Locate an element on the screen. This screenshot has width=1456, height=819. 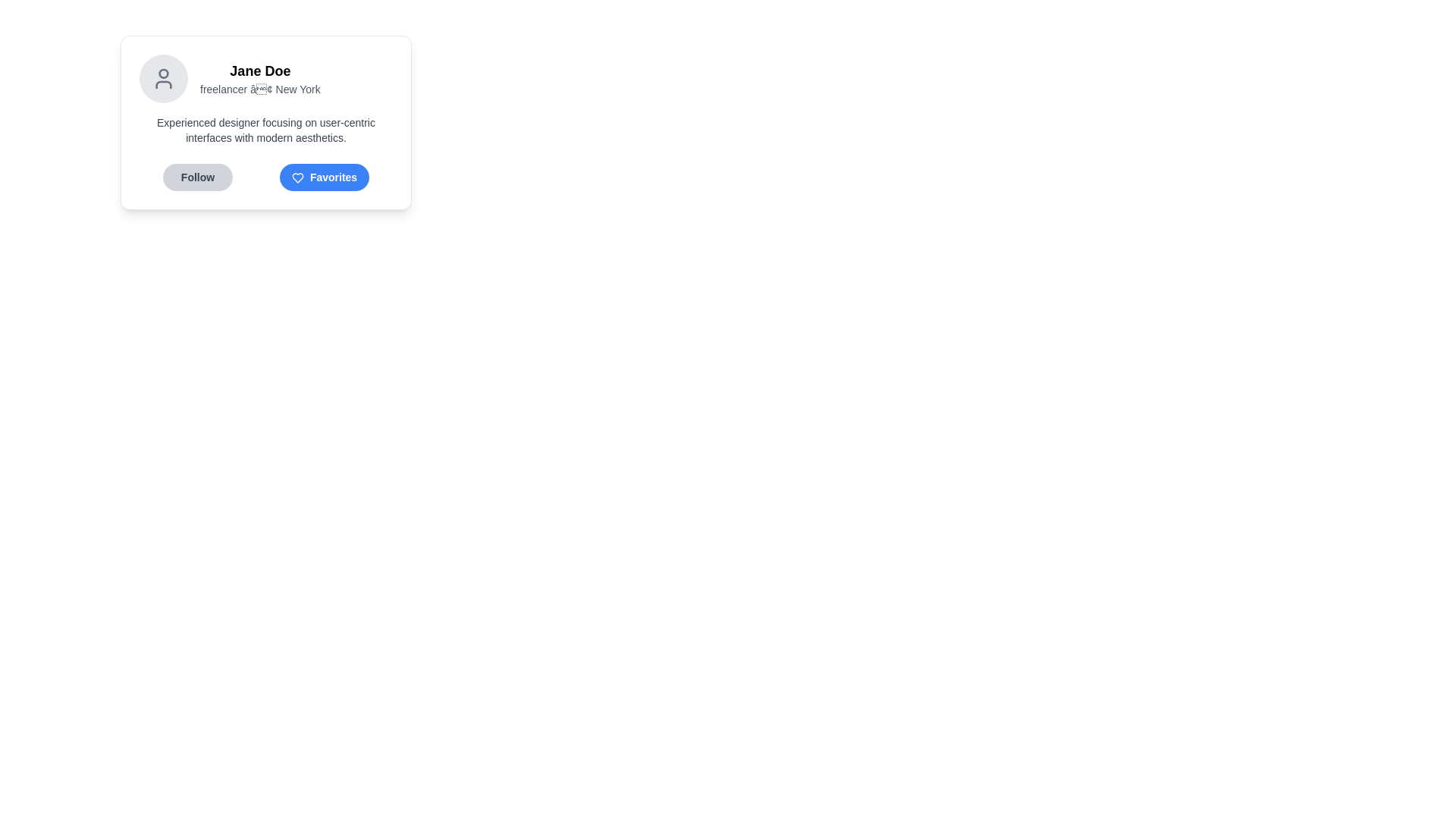
the follow button located to the left of the blue 'Favorites' button to observe the style change is located at coordinates (196, 177).